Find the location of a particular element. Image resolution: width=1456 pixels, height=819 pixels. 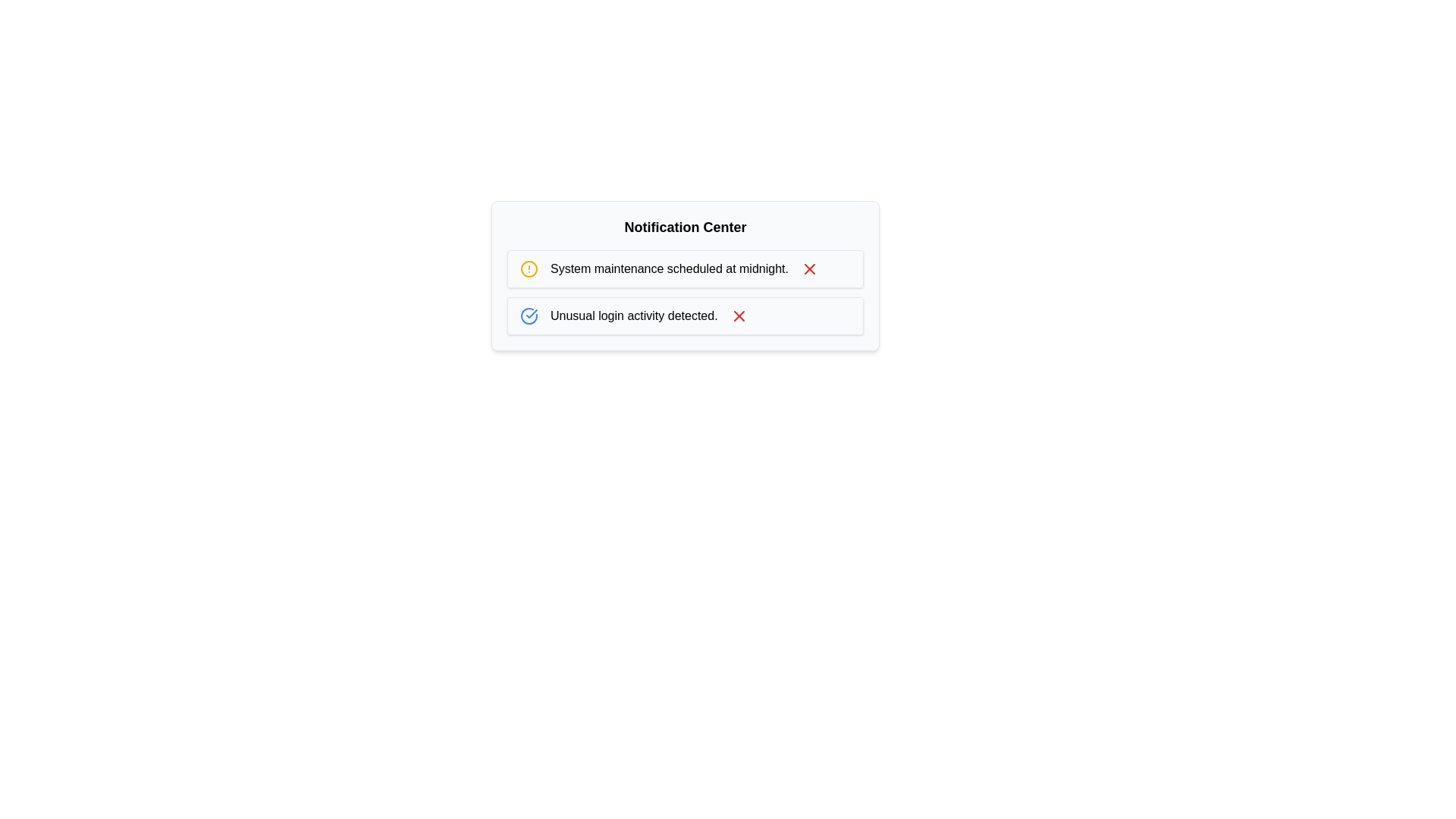

the checkmark icon within the circular frame in the second notification entry of the Notification Center to indicate success or completion is located at coordinates (532, 312).